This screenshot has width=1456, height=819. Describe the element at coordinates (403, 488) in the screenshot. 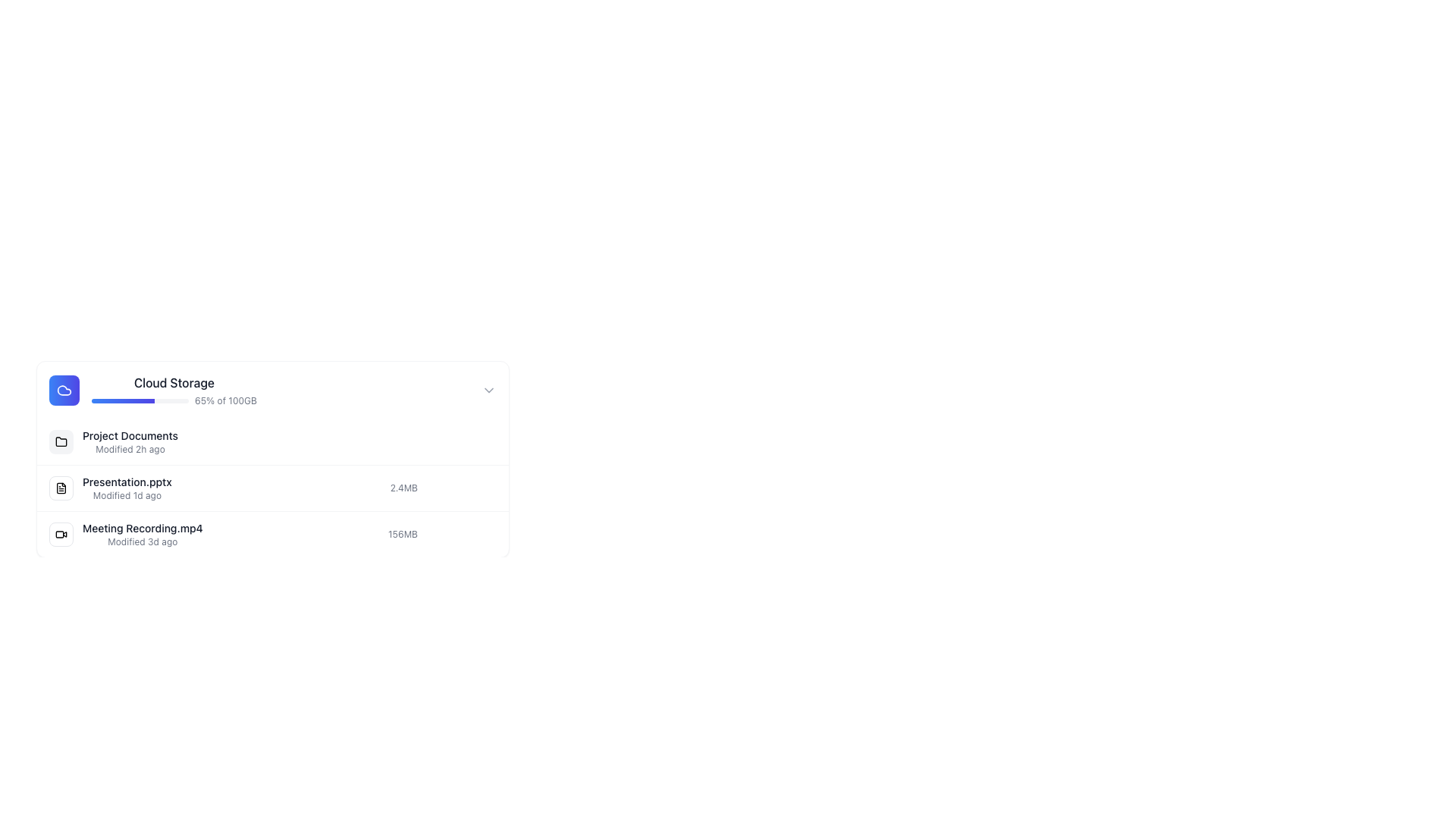

I see `the Text Label displaying '2.4MB', which is styled in gray and located to the right of the file name 'Presentation.pptx' in a file manager interface` at that location.